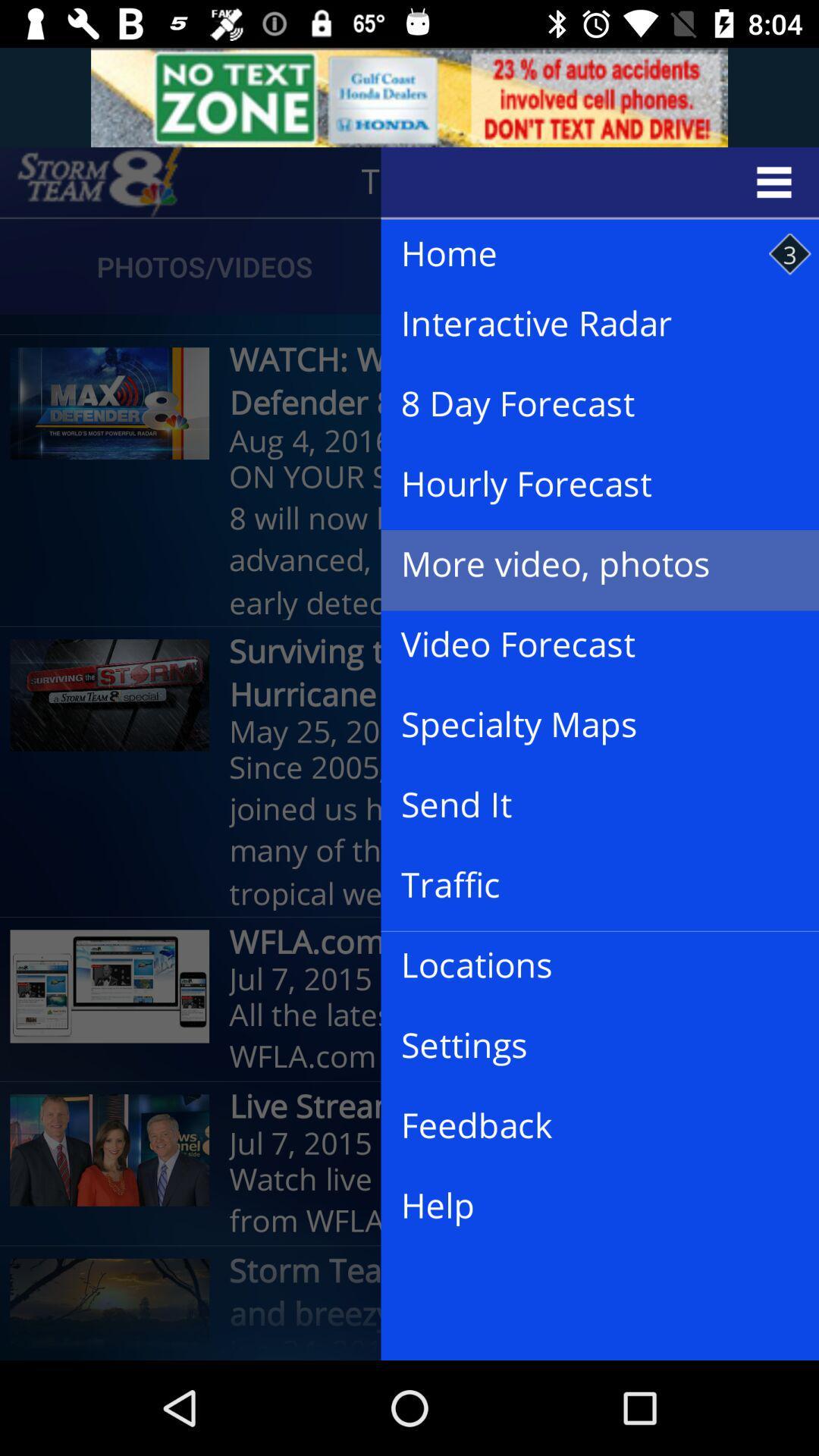  What do you see at coordinates (409, 96) in the screenshot?
I see `advertisement bar` at bounding box center [409, 96].